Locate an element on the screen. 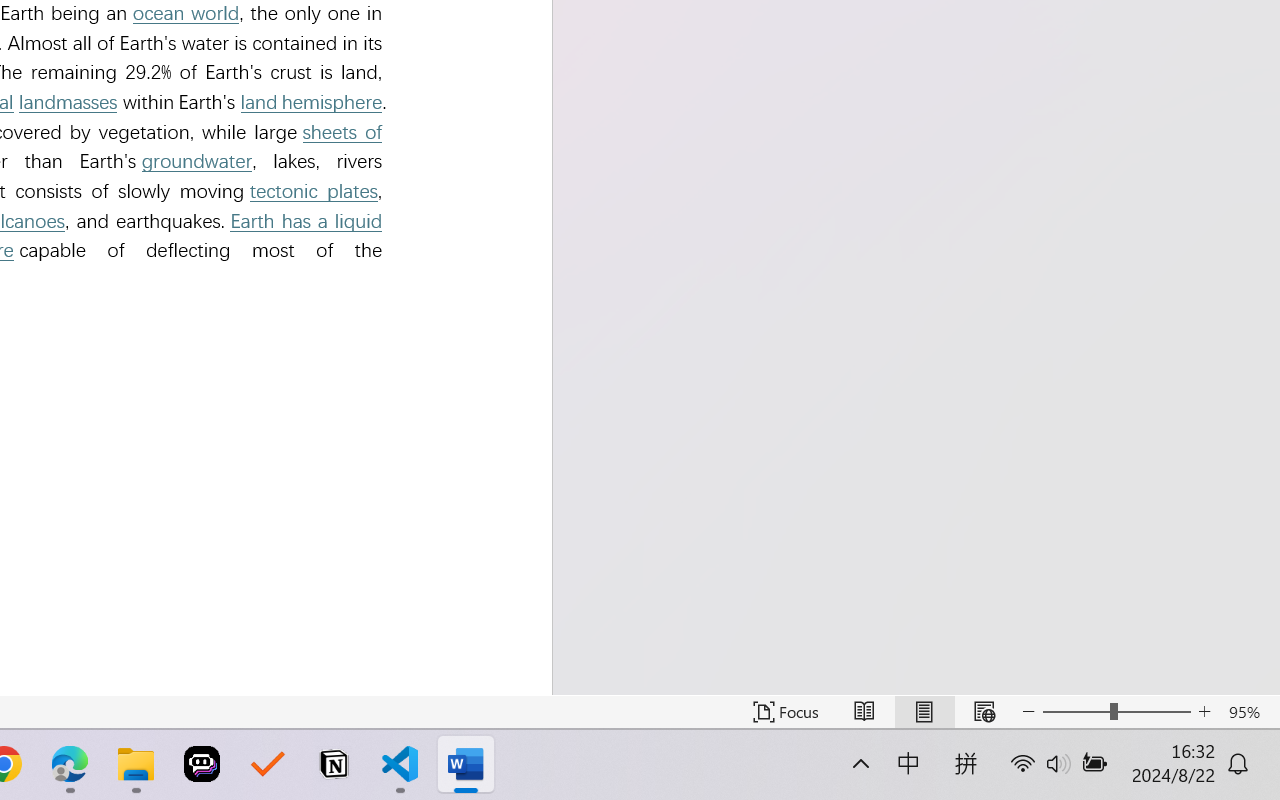 This screenshot has width=1280, height=800. 'groundwater' is located at coordinates (197, 161).